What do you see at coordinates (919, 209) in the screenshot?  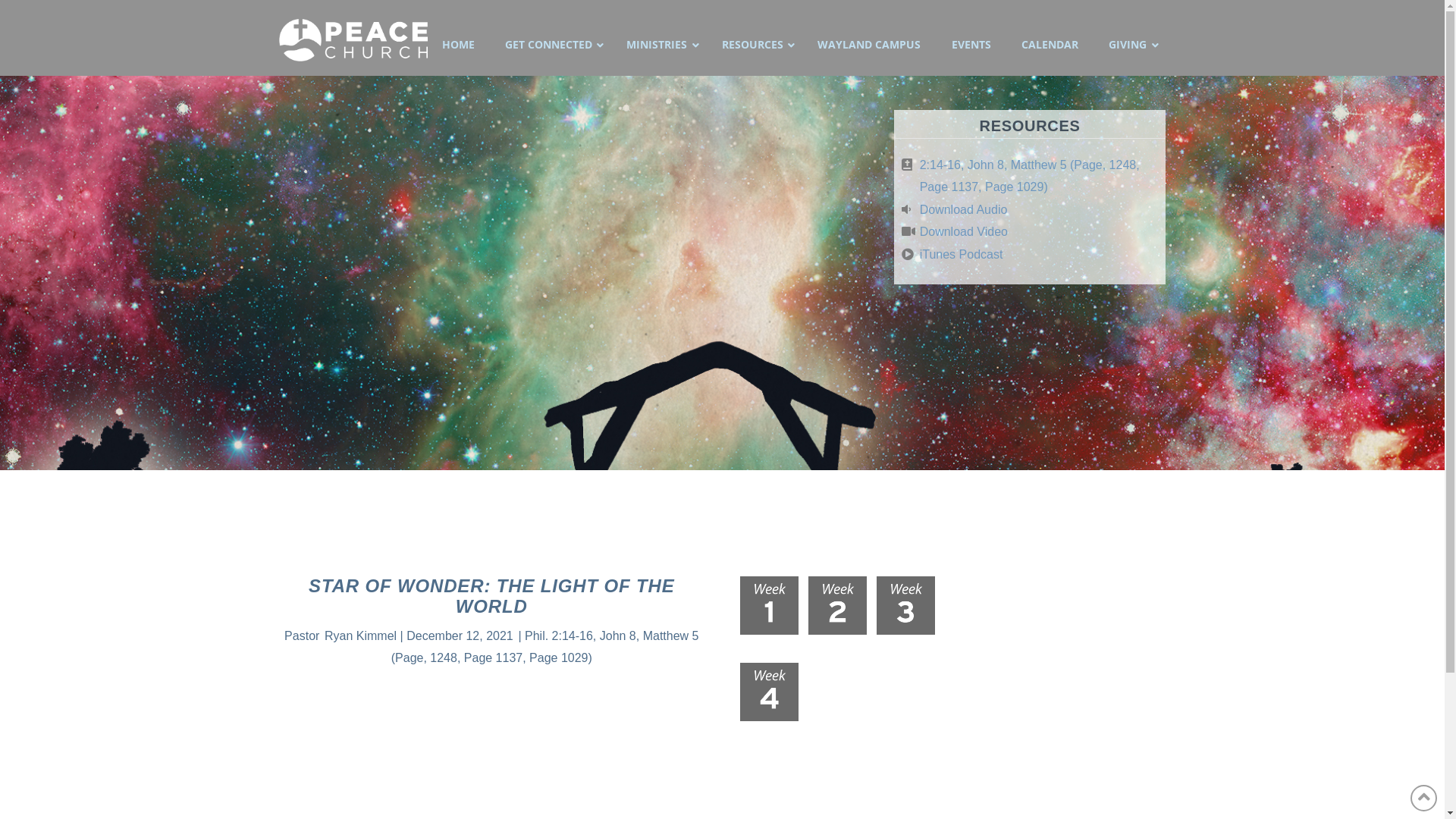 I see `'Download Audio'` at bounding box center [919, 209].